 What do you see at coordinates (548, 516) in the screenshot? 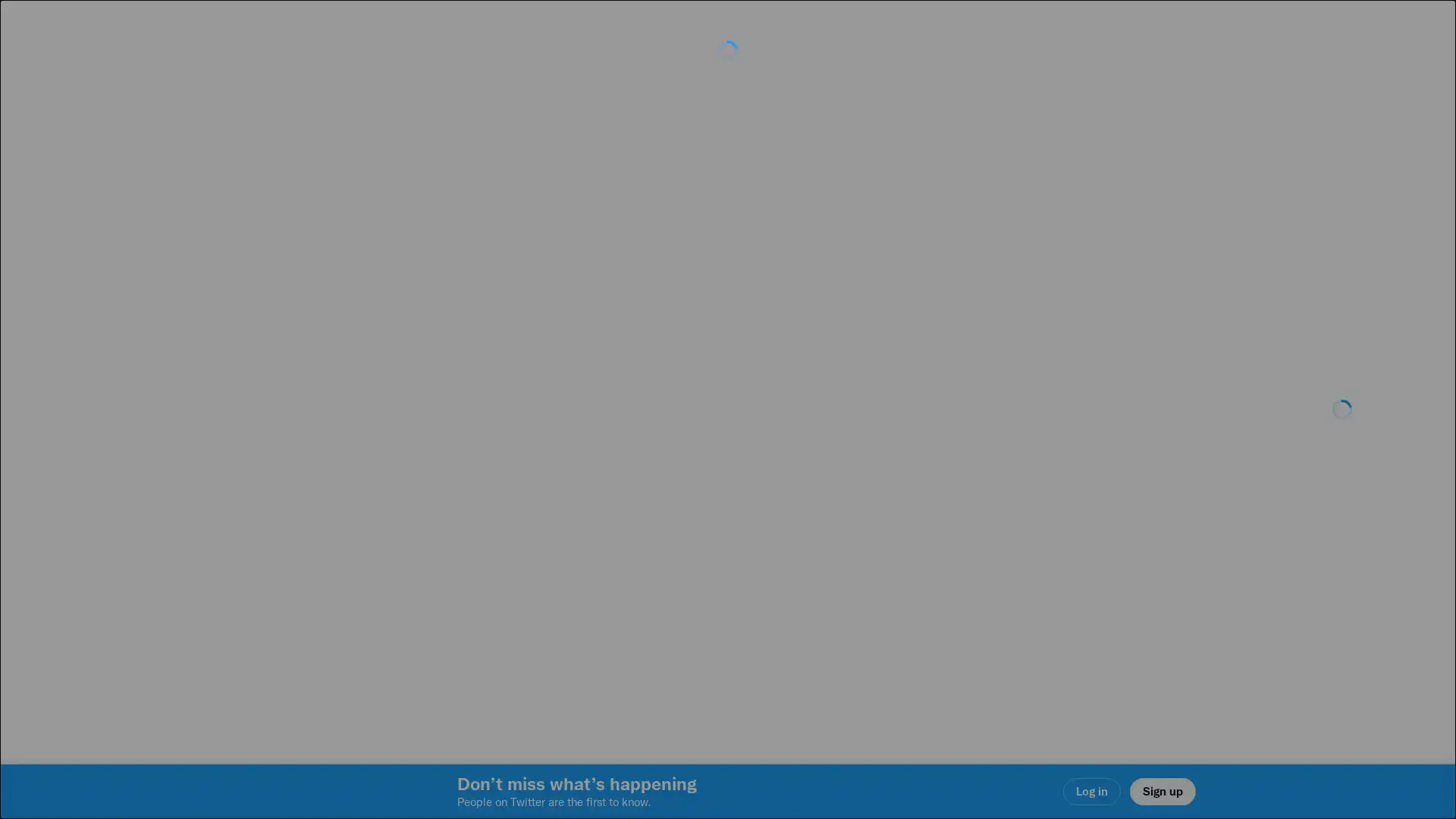
I see `Sign up` at bounding box center [548, 516].